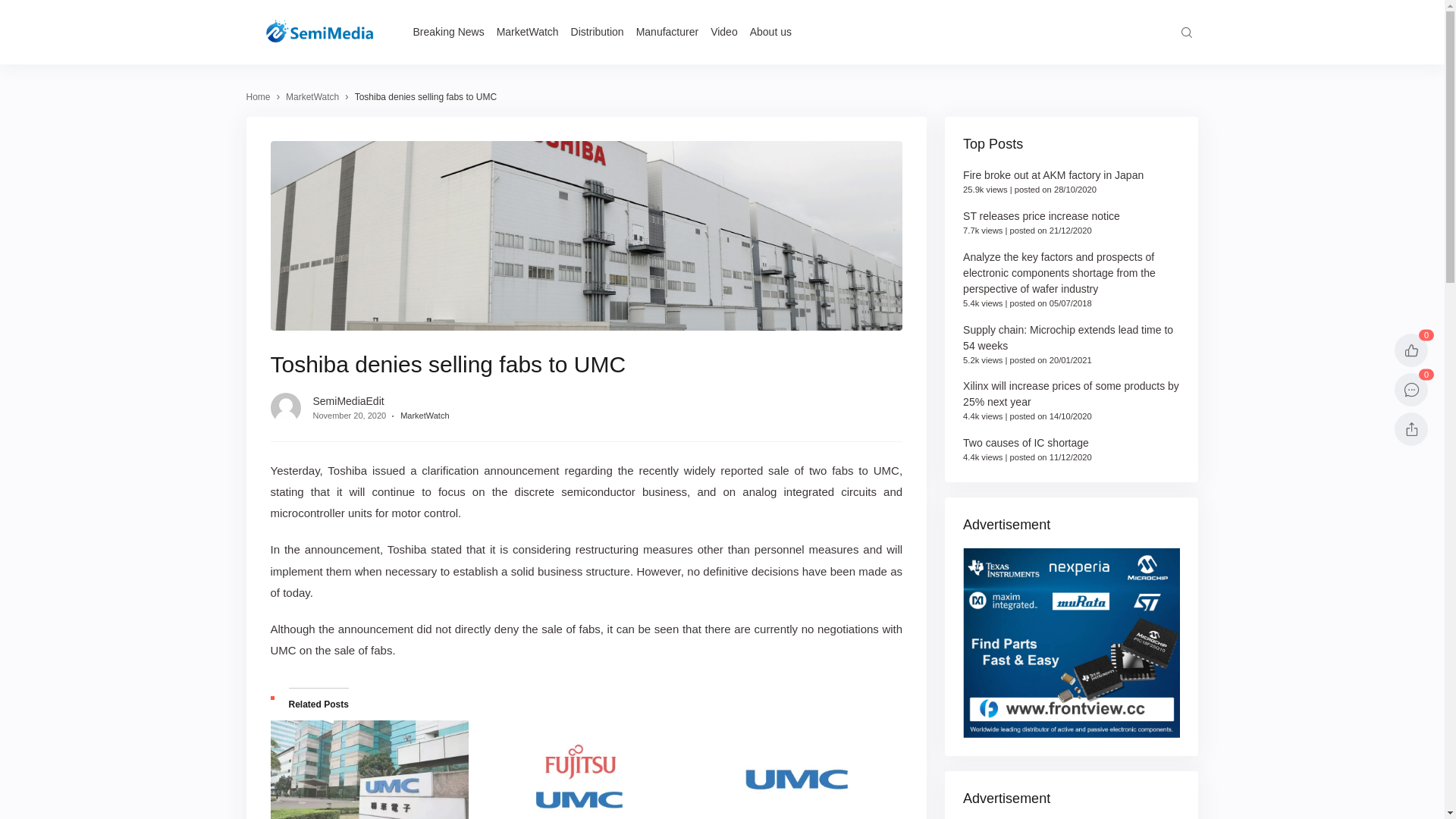 This screenshot has height=819, width=1456. Describe the element at coordinates (770, 32) in the screenshot. I see `'About us'` at that location.